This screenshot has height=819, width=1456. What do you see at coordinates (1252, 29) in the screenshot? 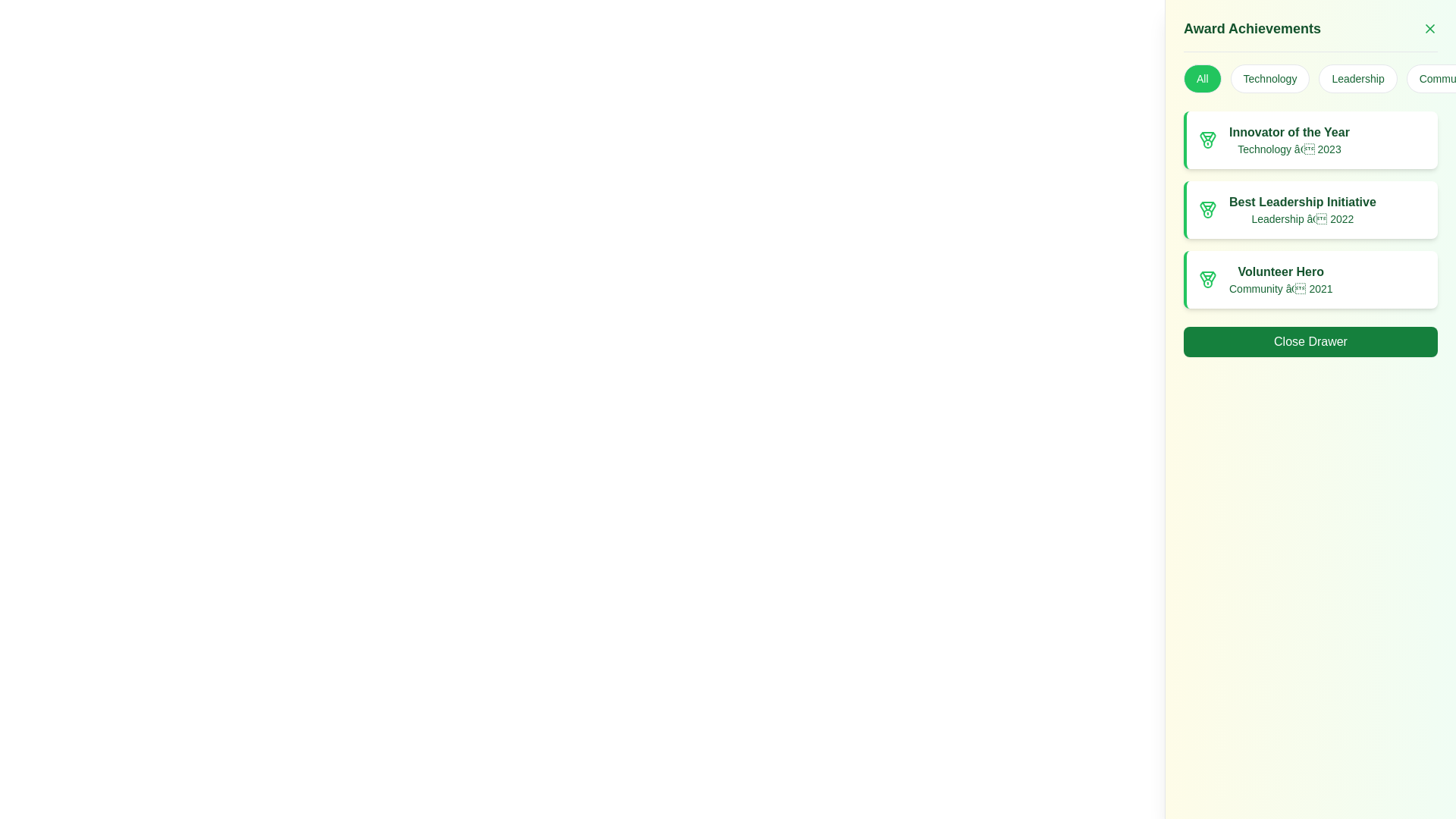
I see `the prominent text label displaying 'Award Achievements' styled in green, bold font, located at the top-right corner of the interface` at bounding box center [1252, 29].